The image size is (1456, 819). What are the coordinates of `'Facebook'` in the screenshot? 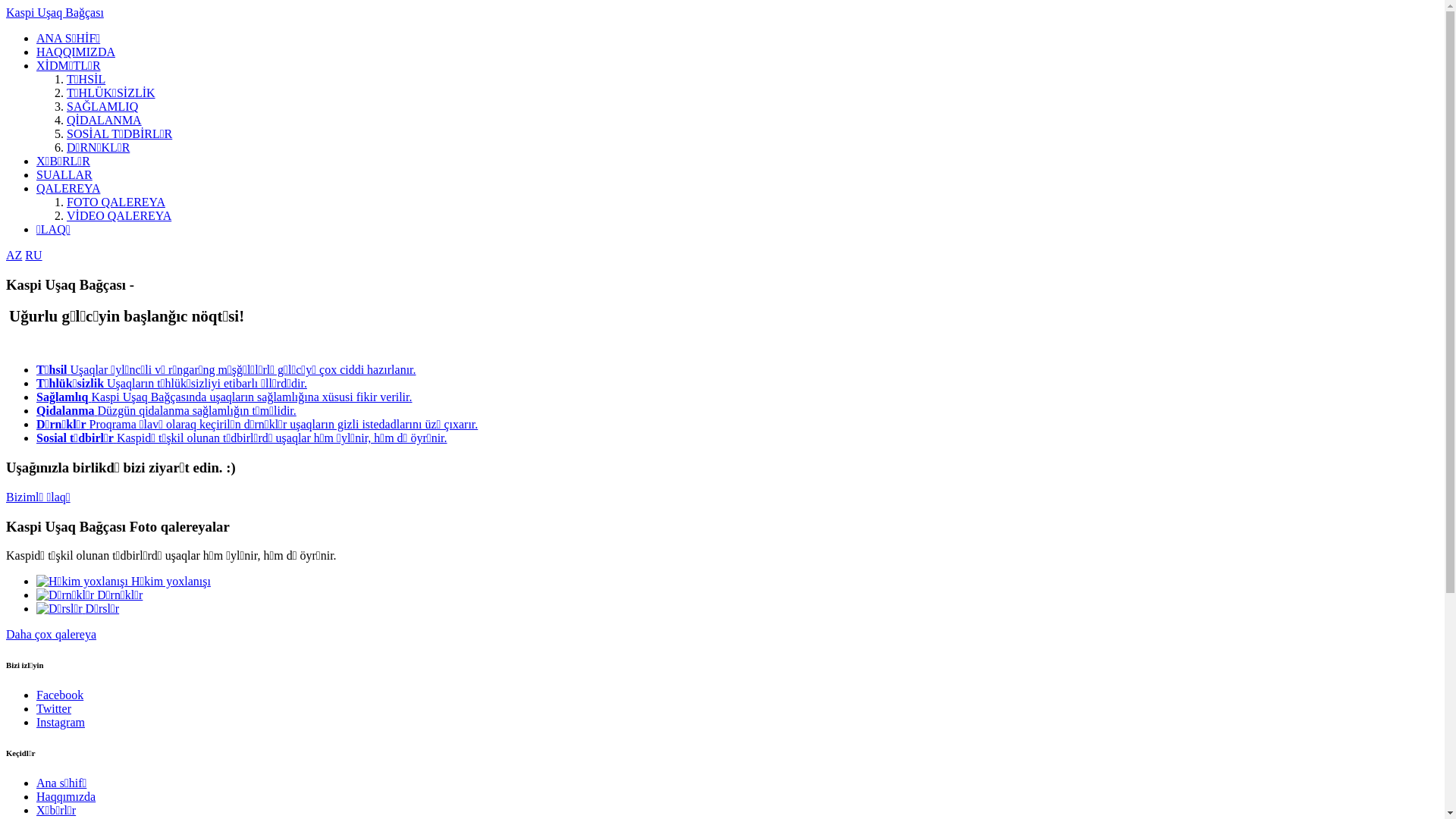 It's located at (59, 695).